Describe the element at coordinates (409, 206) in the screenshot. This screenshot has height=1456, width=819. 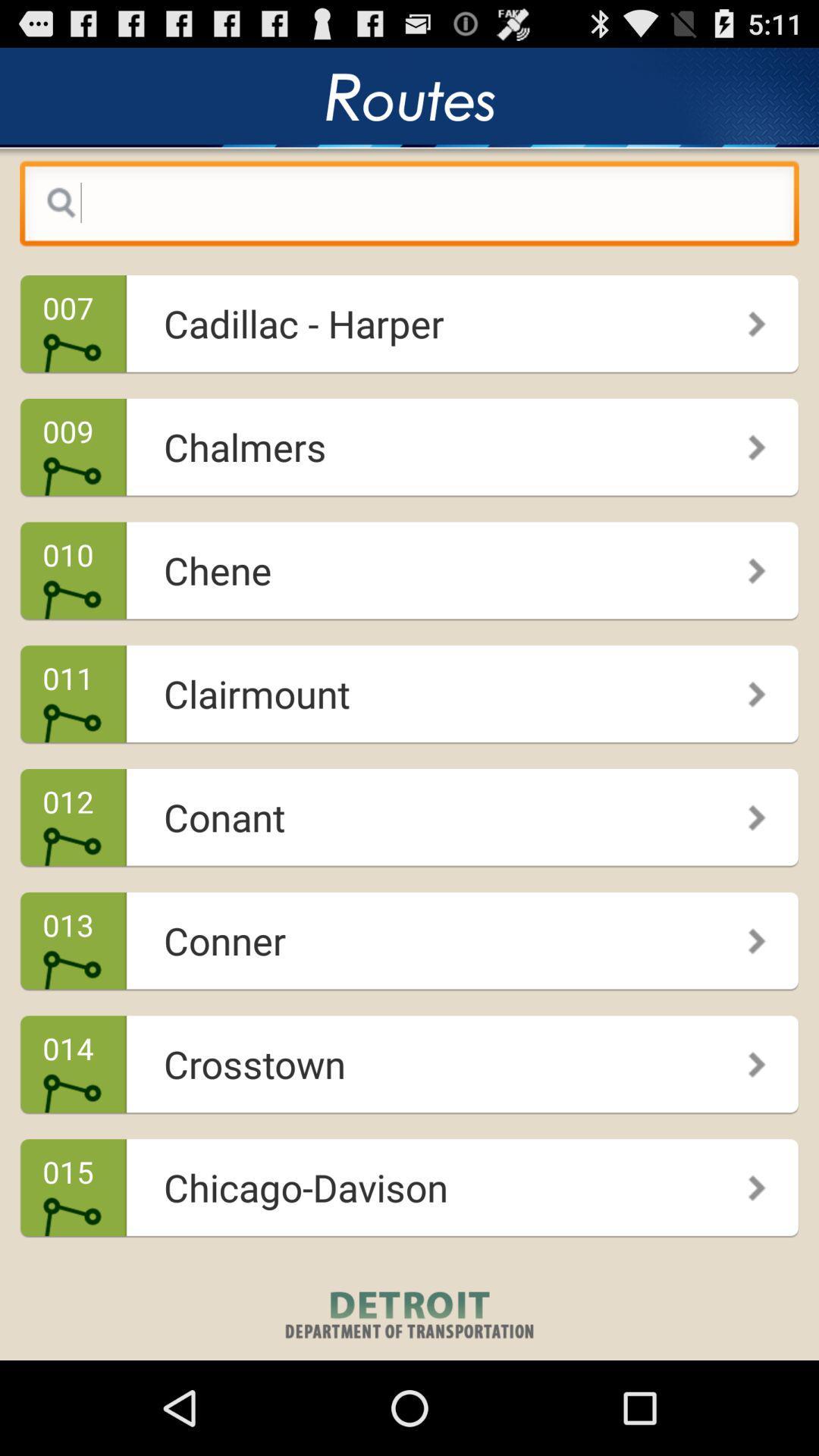
I see `search field` at that location.